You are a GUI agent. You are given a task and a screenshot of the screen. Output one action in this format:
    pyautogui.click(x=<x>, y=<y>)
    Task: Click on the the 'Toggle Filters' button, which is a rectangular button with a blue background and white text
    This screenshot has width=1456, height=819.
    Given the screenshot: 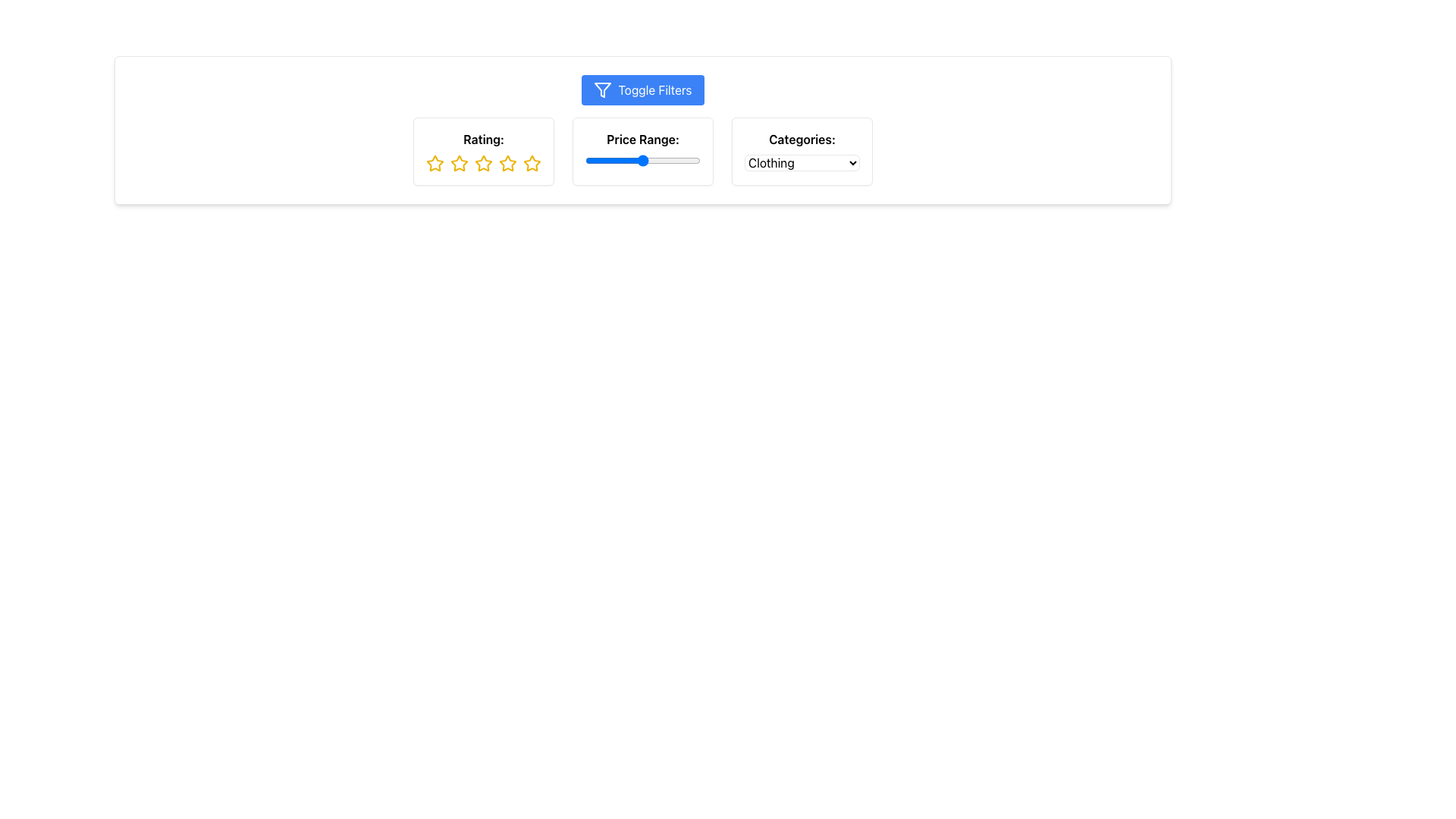 What is the action you would take?
    pyautogui.click(x=643, y=90)
    